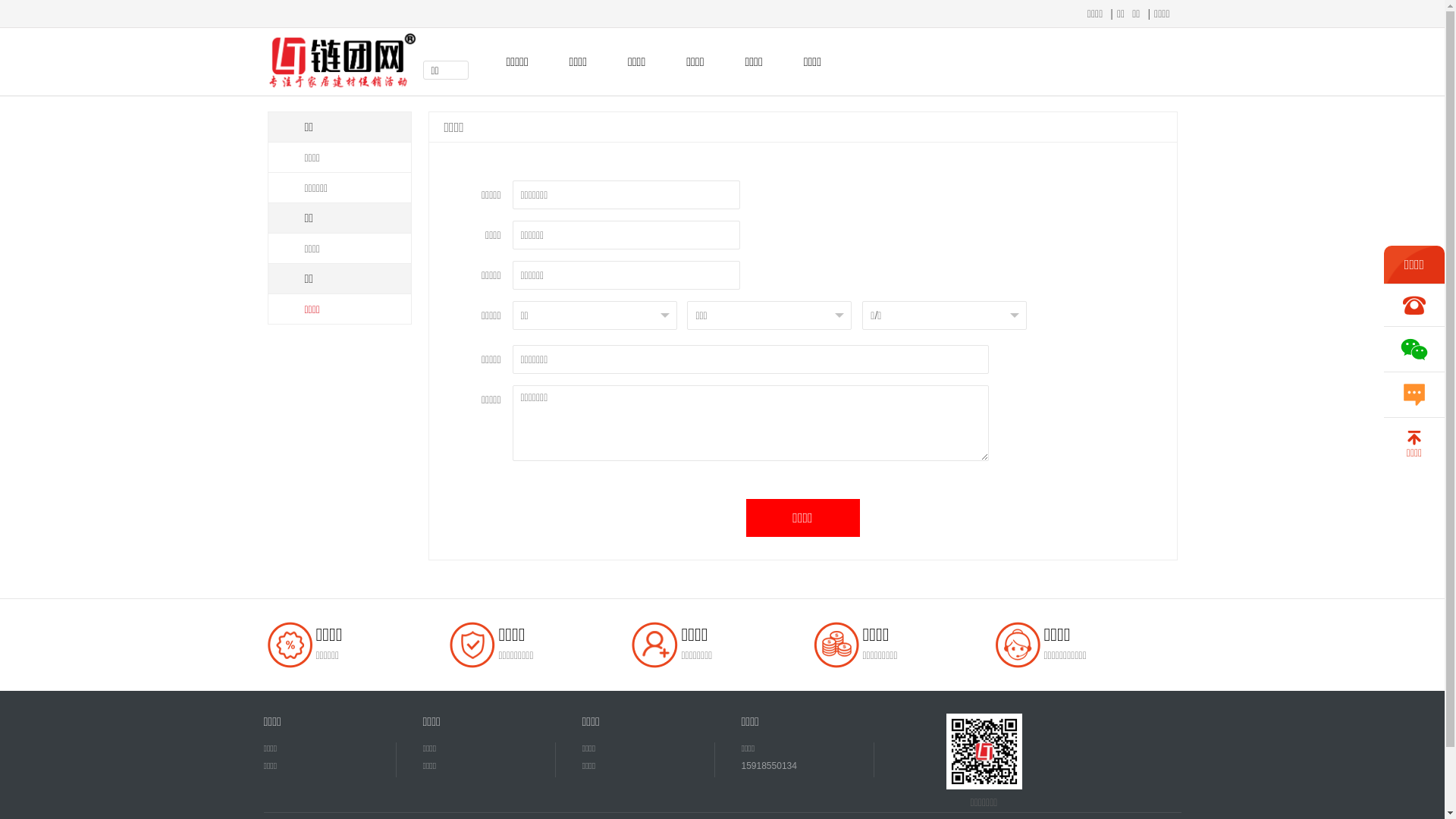 Image resolution: width=1456 pixels, height=819 pixels. I want to click on '15918550134', so click(742, 766).